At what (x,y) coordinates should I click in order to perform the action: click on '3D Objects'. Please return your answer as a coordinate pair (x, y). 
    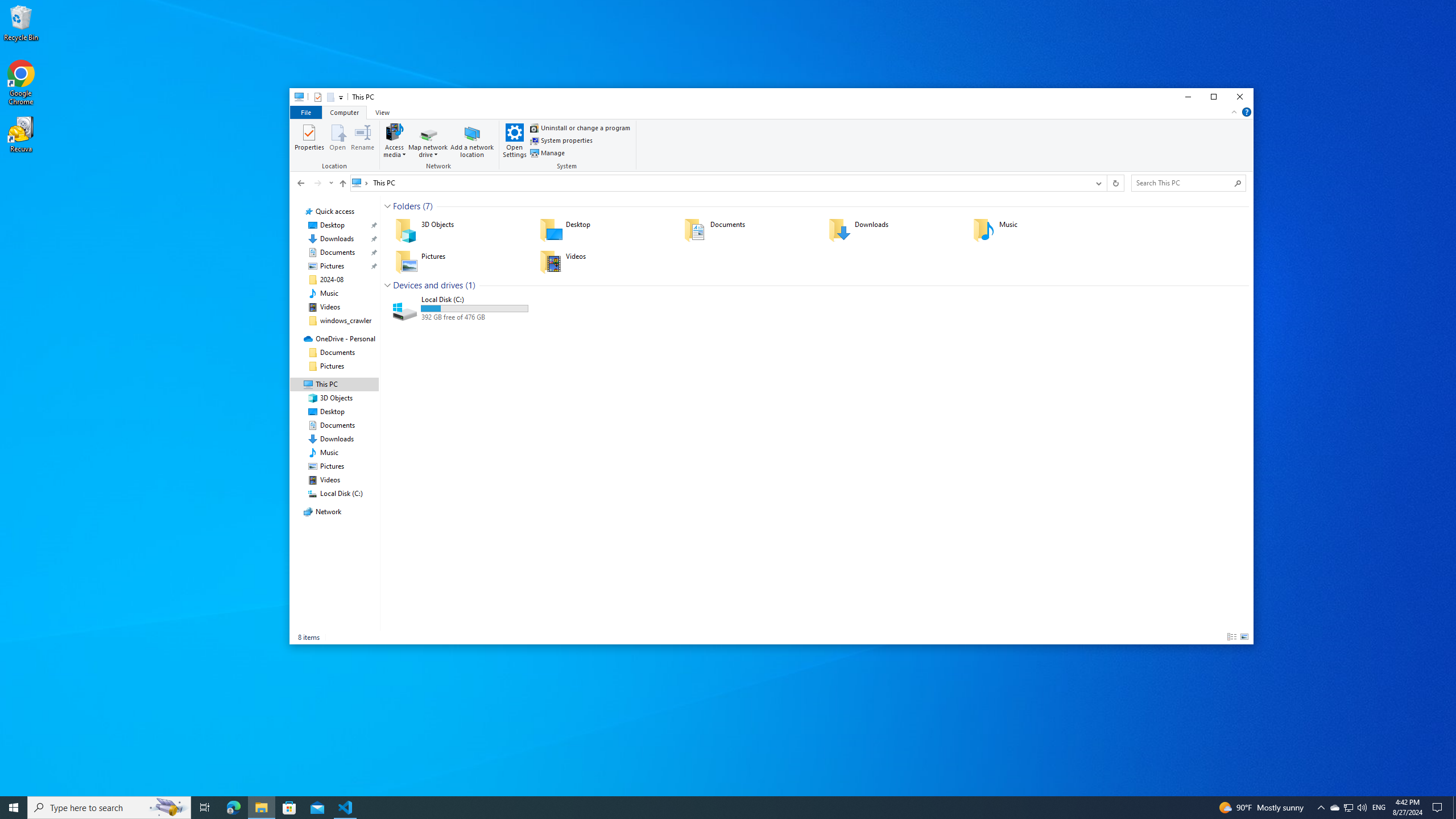
    Looking at the image, I should click on (459, 229).